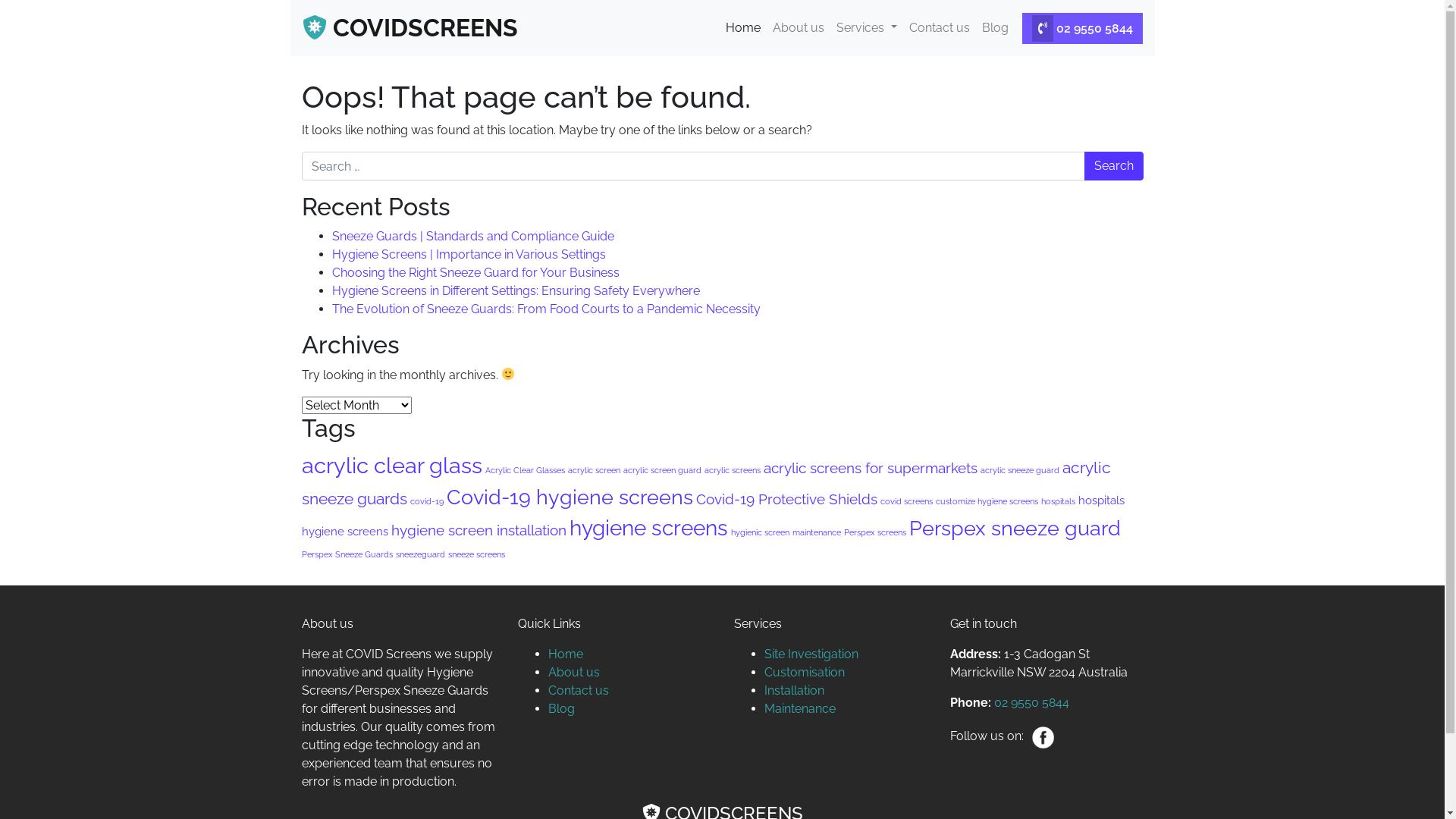 The height and width of the screenshot is (819, 1456). I want to click on 'Choosing the Right Sneeze Guard for Your Business', so click(475, 271).